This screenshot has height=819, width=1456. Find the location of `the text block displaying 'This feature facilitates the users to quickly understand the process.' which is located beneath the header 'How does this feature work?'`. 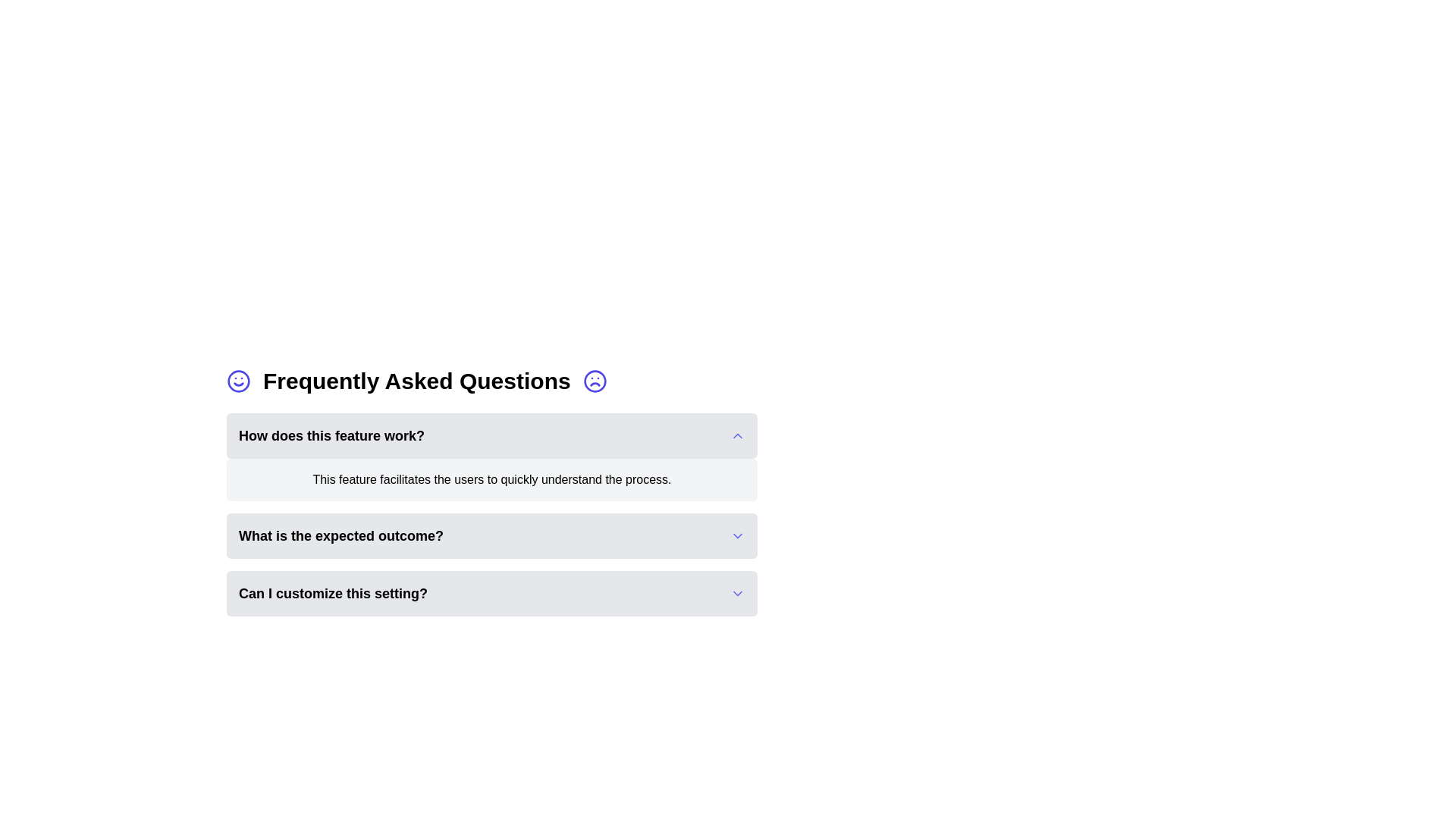

the text block displaying 'This feature facilitates the users to quickly understand the process.' which is located beneath the header 'How does this feature work?' is located at coordinates (491, 479).